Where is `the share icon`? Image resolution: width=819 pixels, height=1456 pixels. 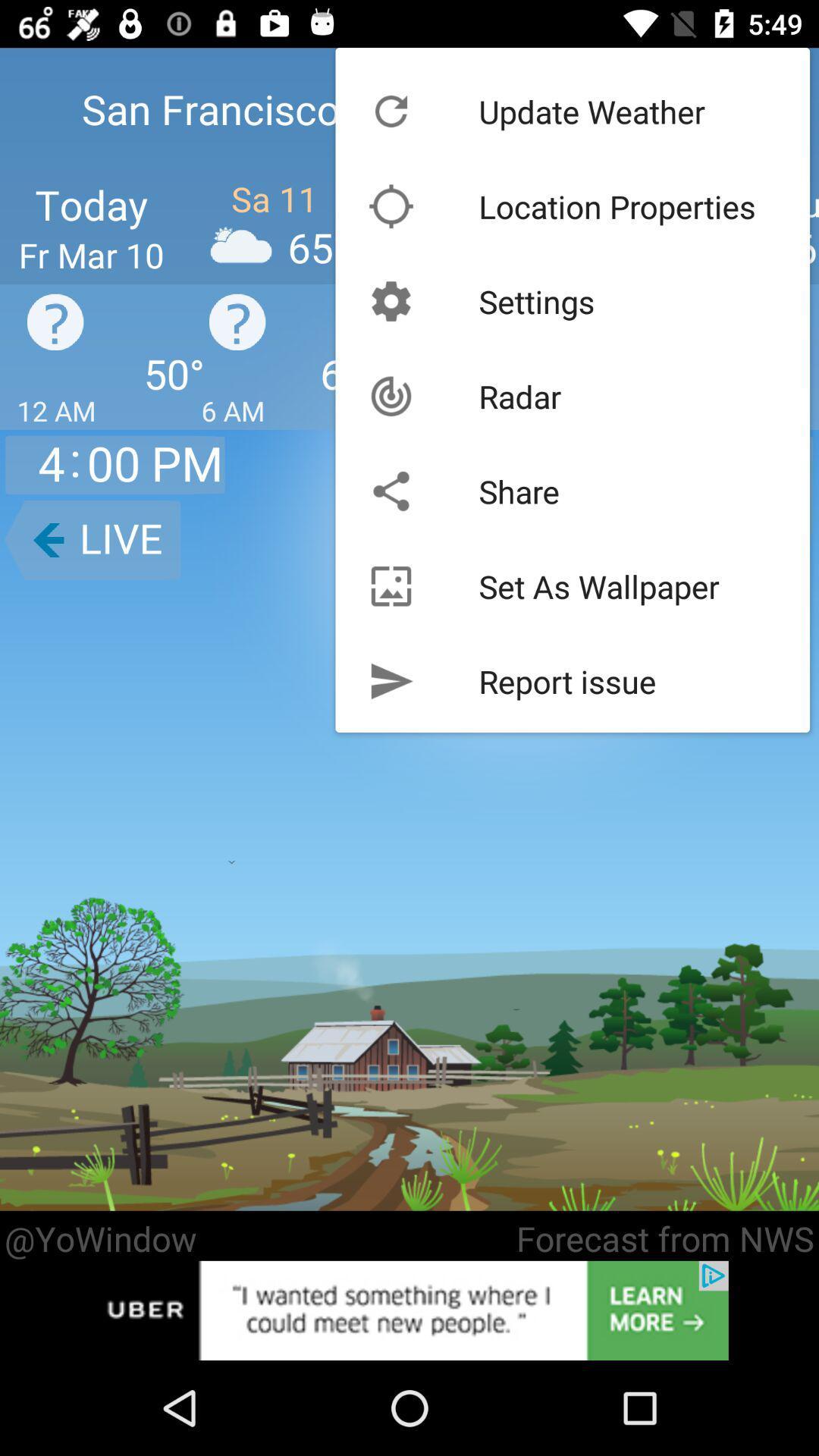
the share icon is located at coordinates (518, 491).